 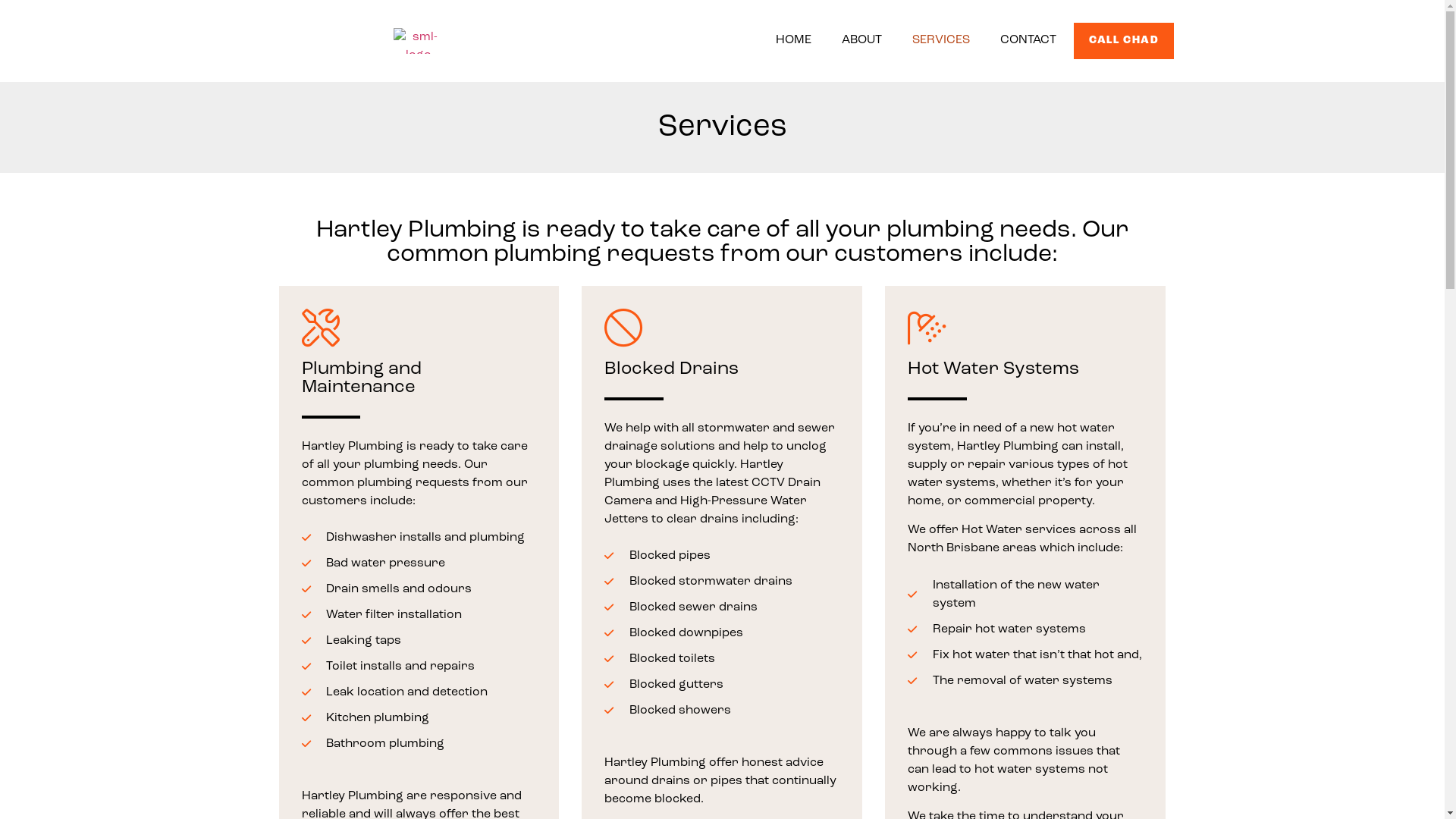 What do you see at coordinates (993, 39) in the screenshot?
I see `'CONTACT'` at bounding box center [993, 39].